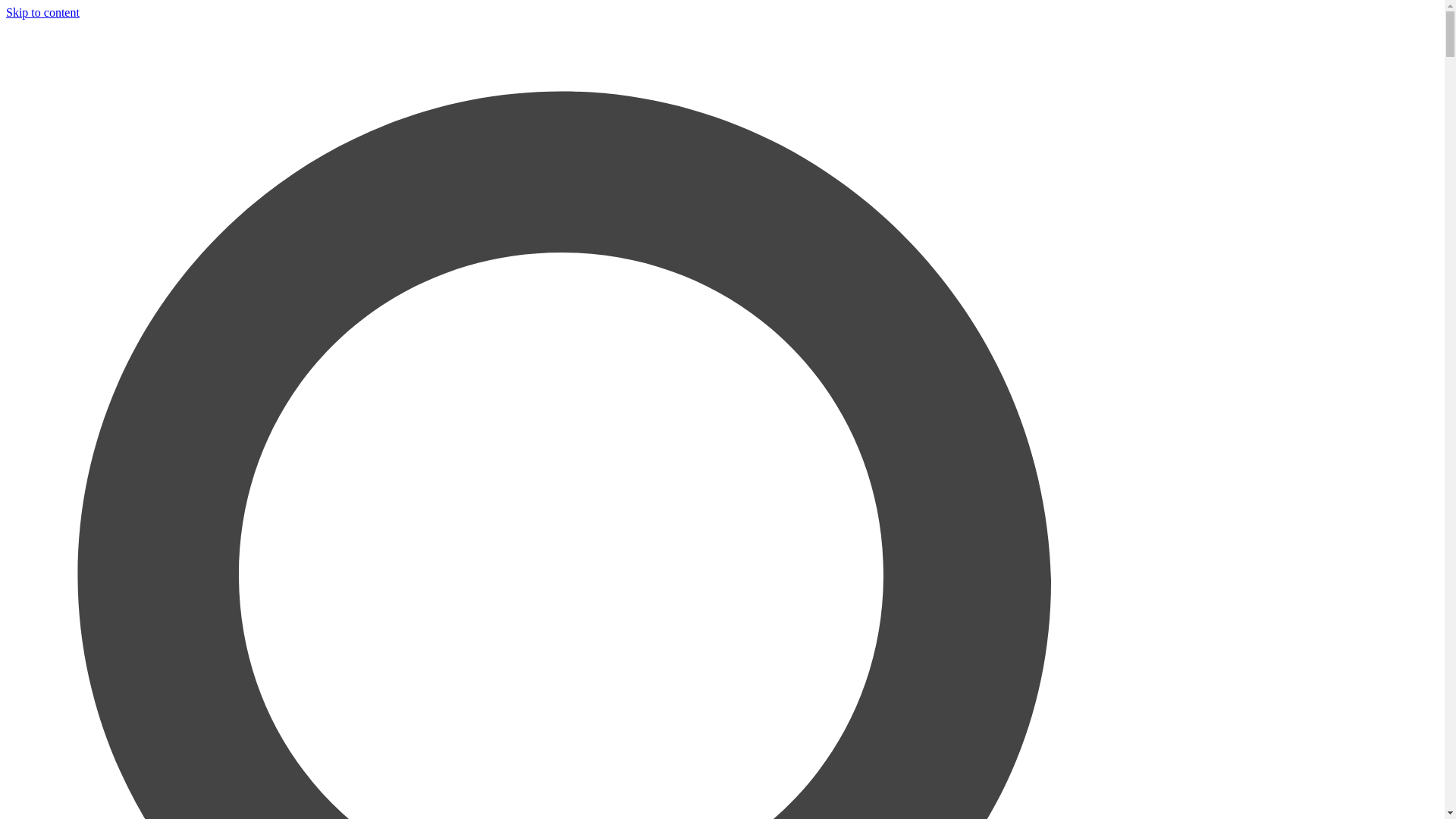 This screenshot has height=819, width=1456. I want to click on 'Skip to content', so click(42, 12).